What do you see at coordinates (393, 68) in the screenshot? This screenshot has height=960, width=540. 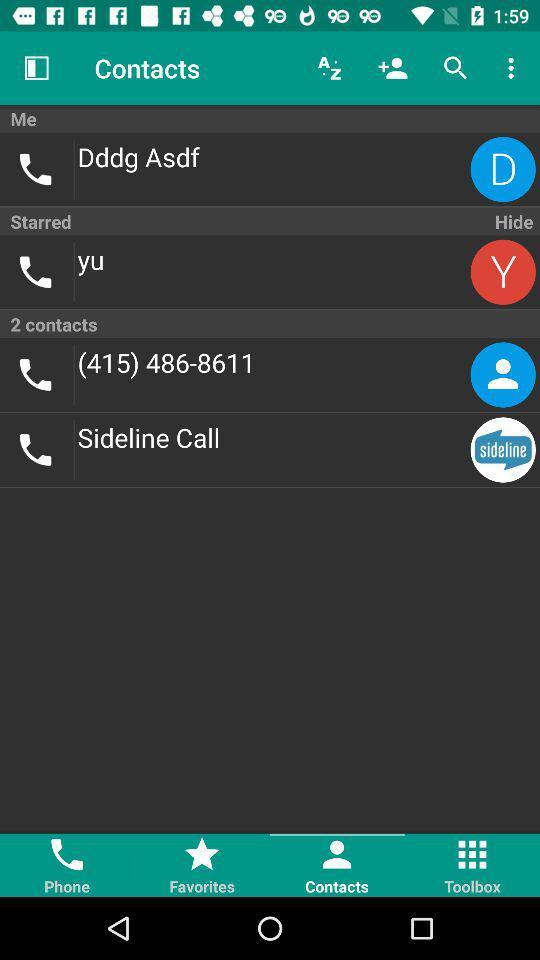 I see `item above the me item` at bounding box center [393, 68].